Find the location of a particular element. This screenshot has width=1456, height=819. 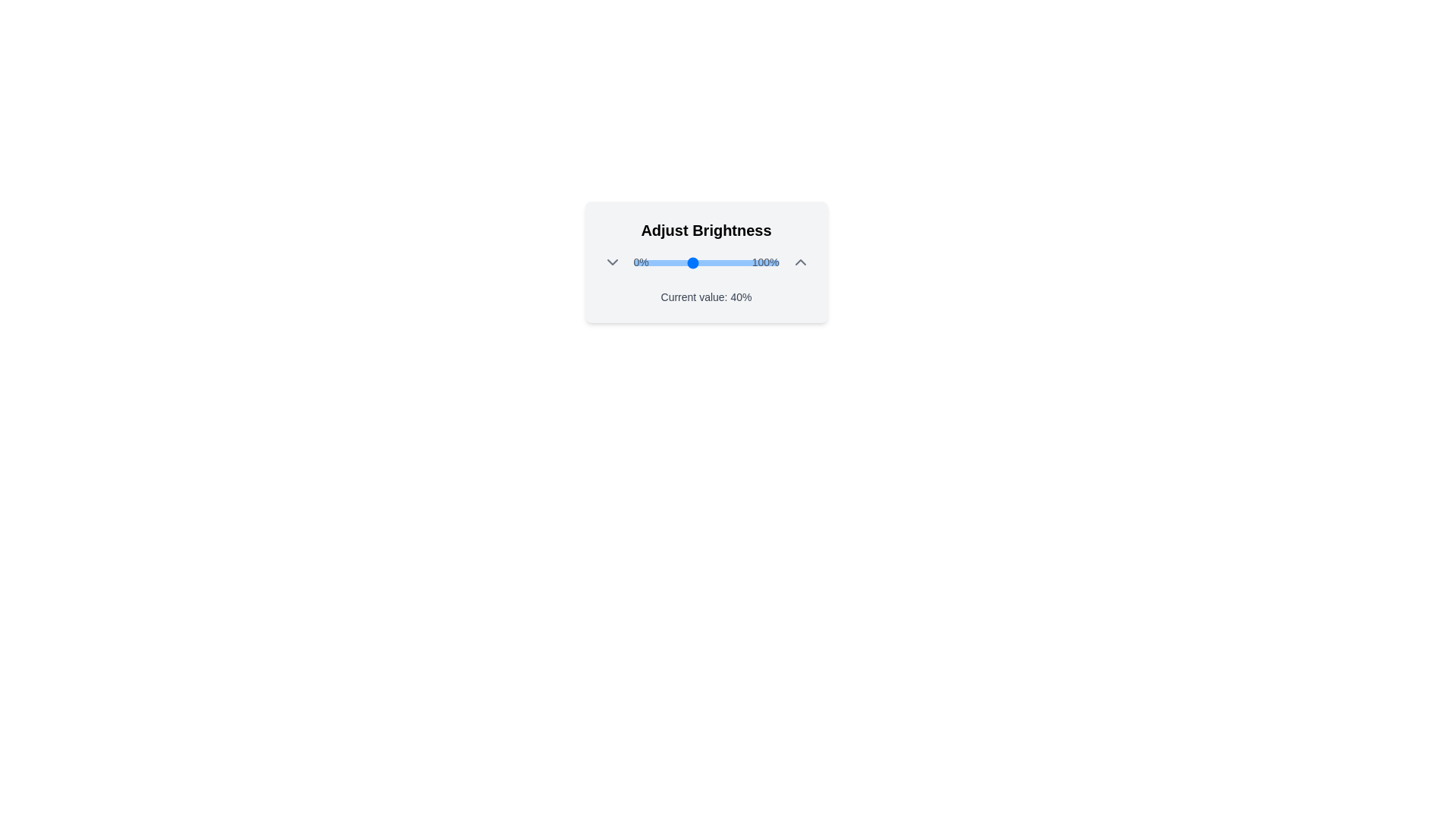

the downward-pointing gray Chevron icon located to the left of the '0%' text in the 'Adjust Brightness' UI section is located at coordinates (612, 262).